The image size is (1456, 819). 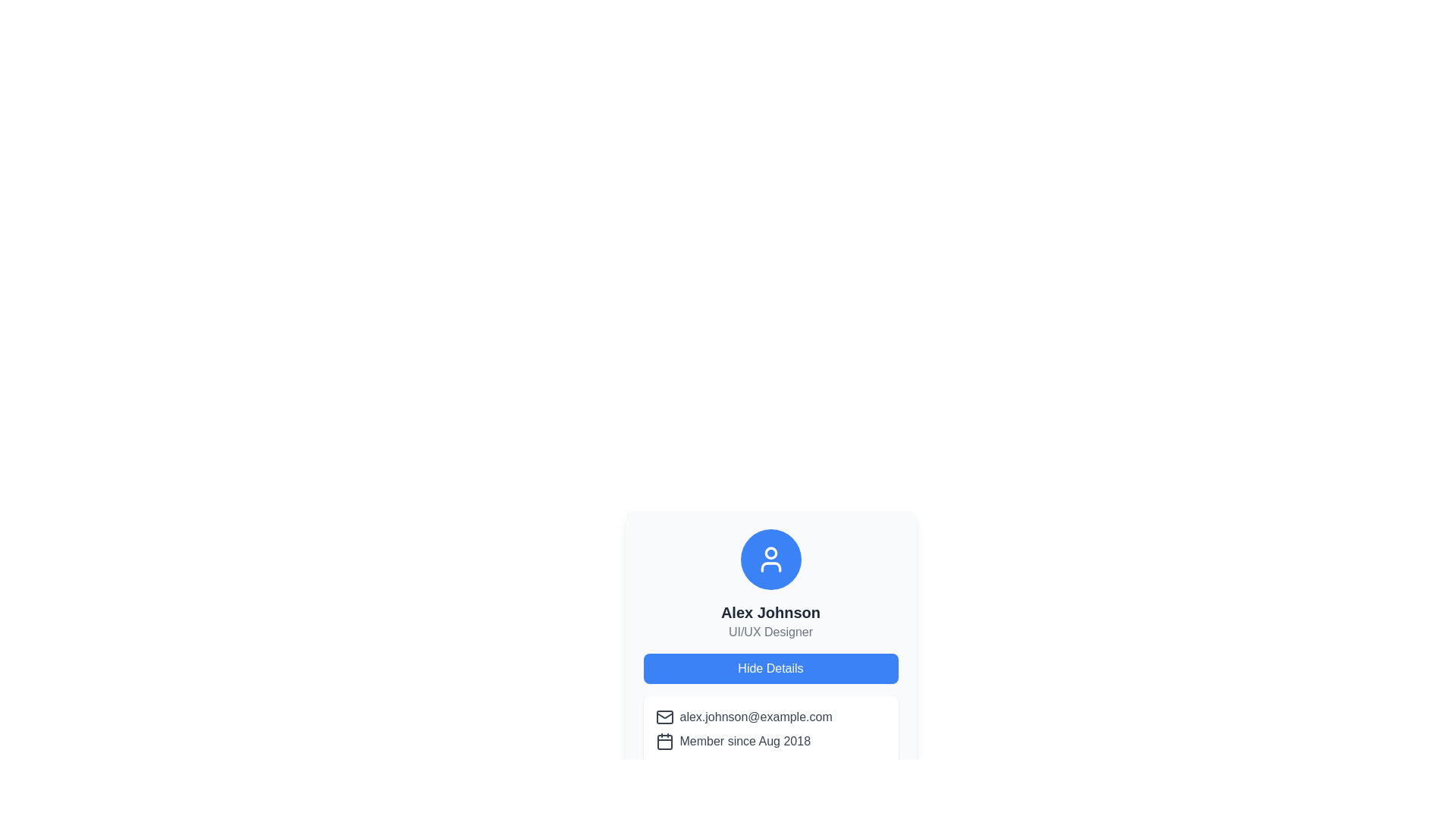 What do you see at coordinates (770, 632) in the screenshot?
I see `the text label displaying the job title or professional role of the individual, located beneath the 'Alex Johnson' label in the profile section` at bounding box center [770, 632].